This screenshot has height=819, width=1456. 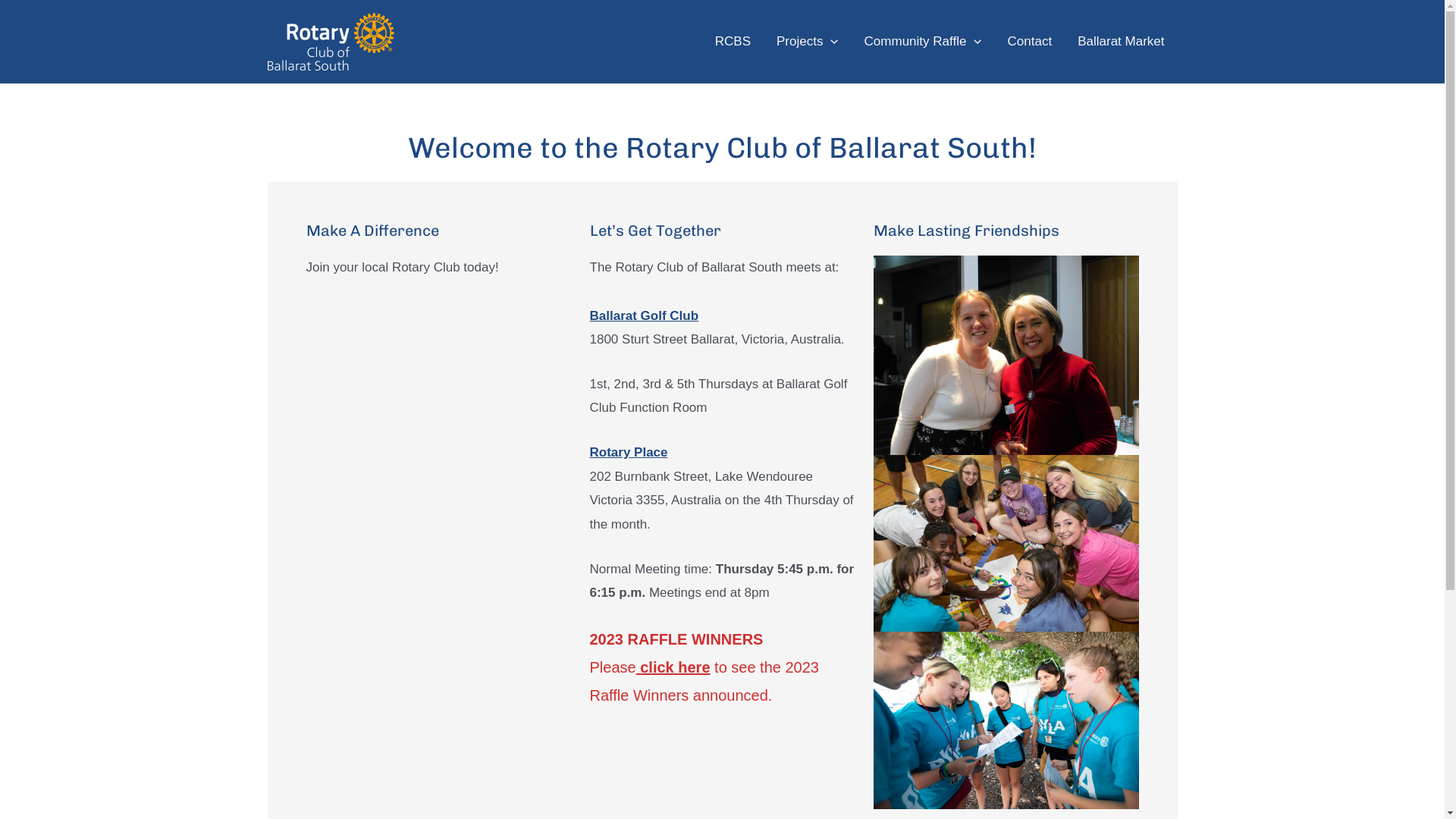 I want to click on 'click here', so click(x=673, y=666).